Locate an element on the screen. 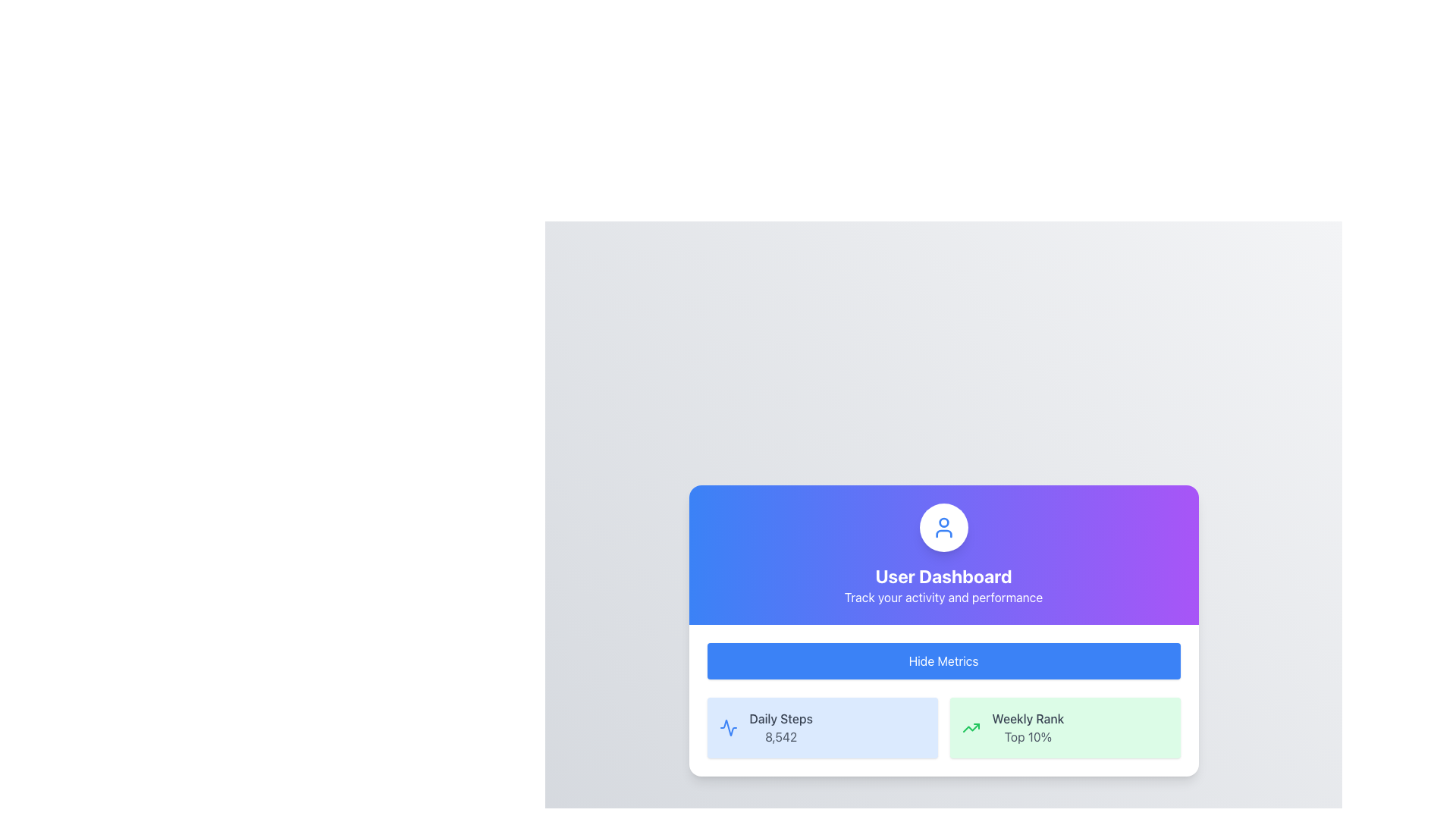  the circular icon with a blue user silhouette located at the top-center of the 'User Dashboard' card is located at coordinates (943, 526).